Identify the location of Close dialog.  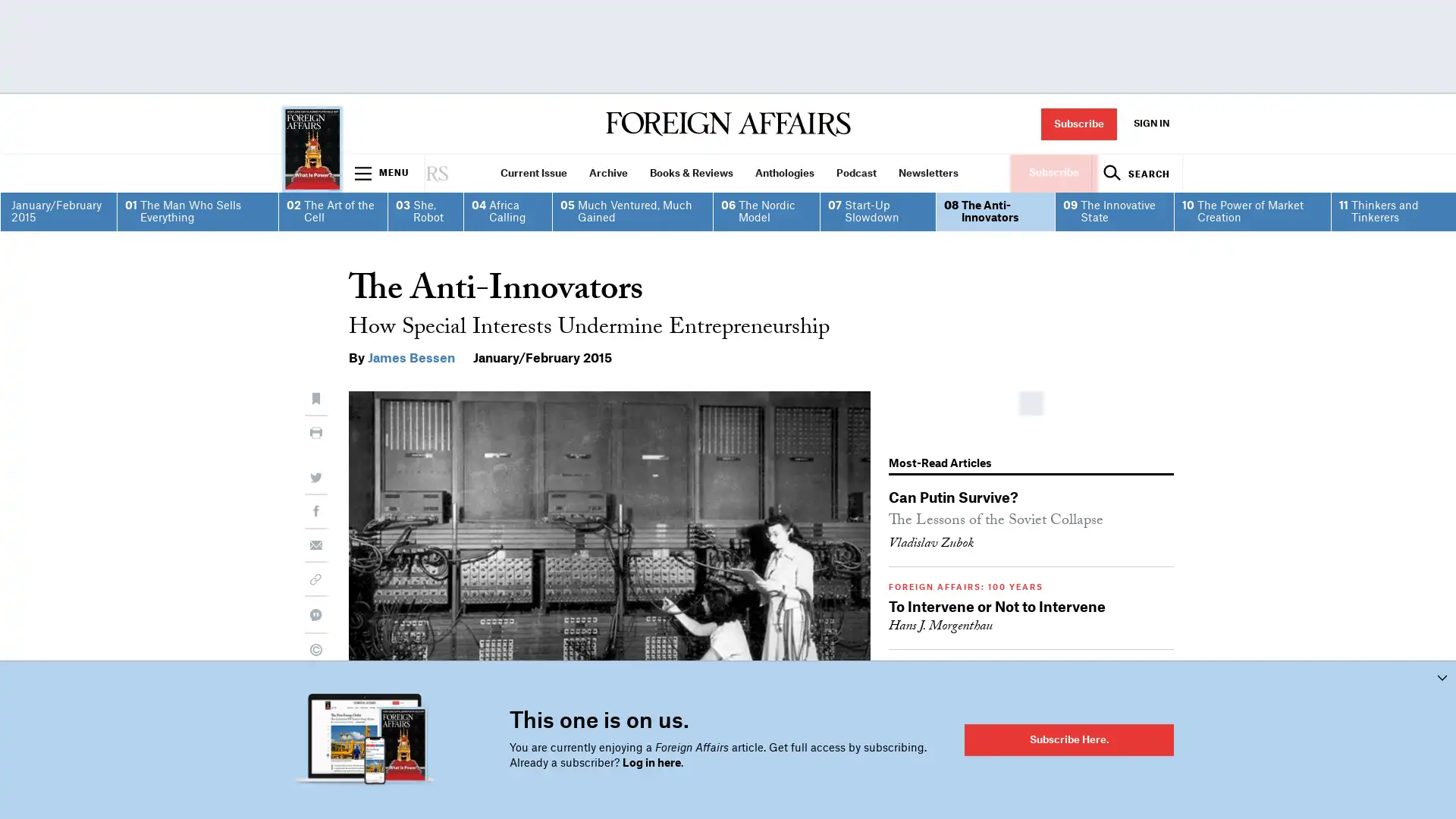
(980, 202).